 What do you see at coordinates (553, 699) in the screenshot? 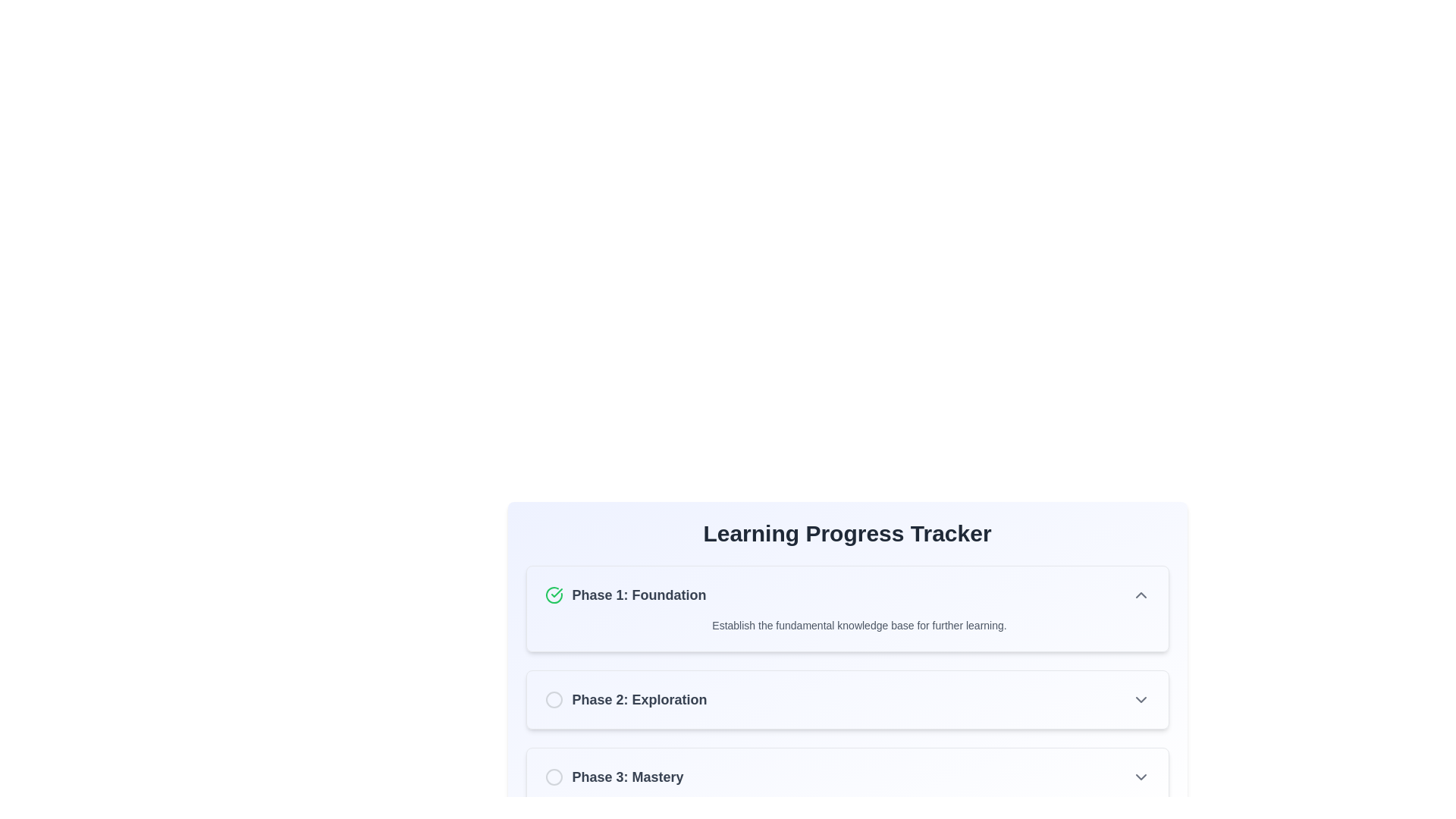
I see `the circular SVG graphic element with a stroke, located in the 'Phase 2: Exploration' section of the 'Learning Progress Tracker' list` at bounding box center [553, 699].